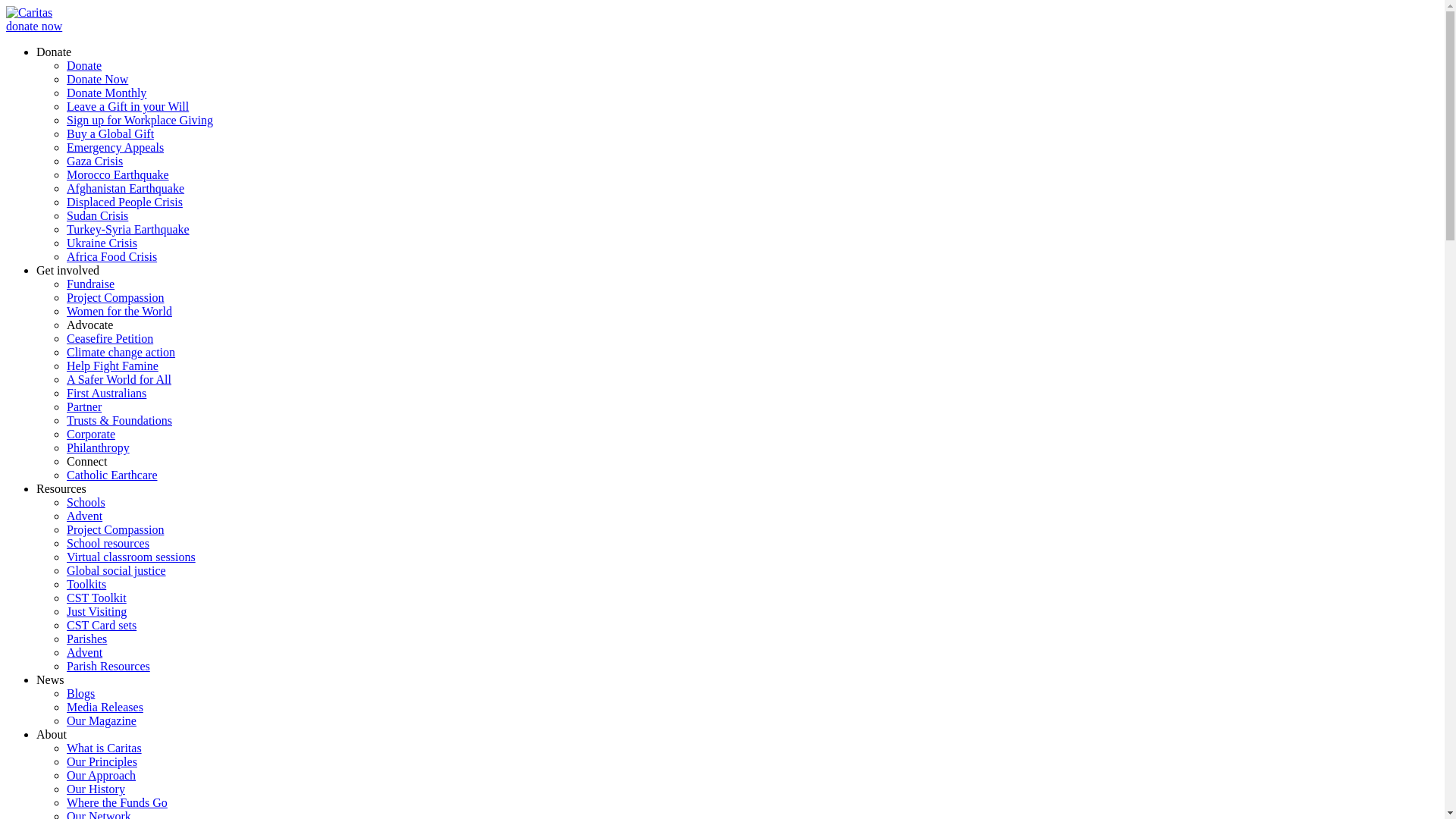 The image size is (1456, 819). What do you see at coordinates (65, 215) in the screenshot?
I see `'Sudan Crisis'` at bounding box center [65, 215].